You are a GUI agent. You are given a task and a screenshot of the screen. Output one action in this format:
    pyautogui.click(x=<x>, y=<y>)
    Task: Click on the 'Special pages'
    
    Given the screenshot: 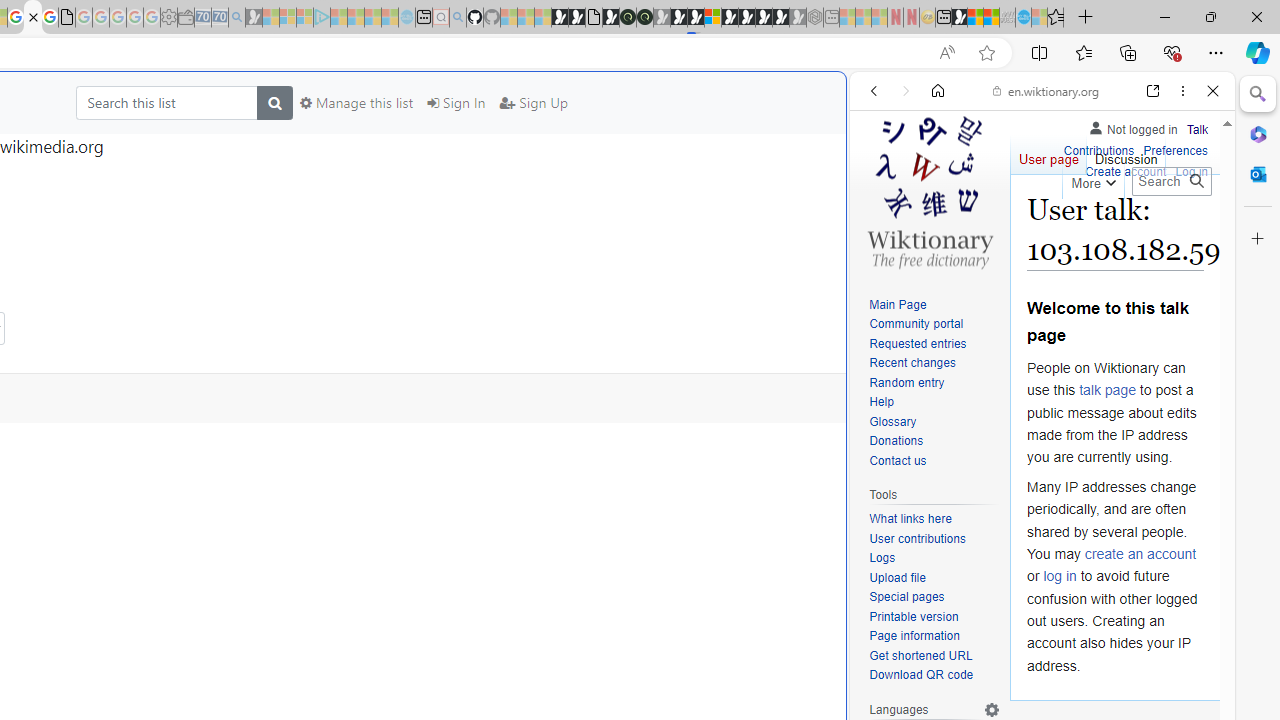 What is the action you would take?
    pyautogui.click(x=905, y=596)
    